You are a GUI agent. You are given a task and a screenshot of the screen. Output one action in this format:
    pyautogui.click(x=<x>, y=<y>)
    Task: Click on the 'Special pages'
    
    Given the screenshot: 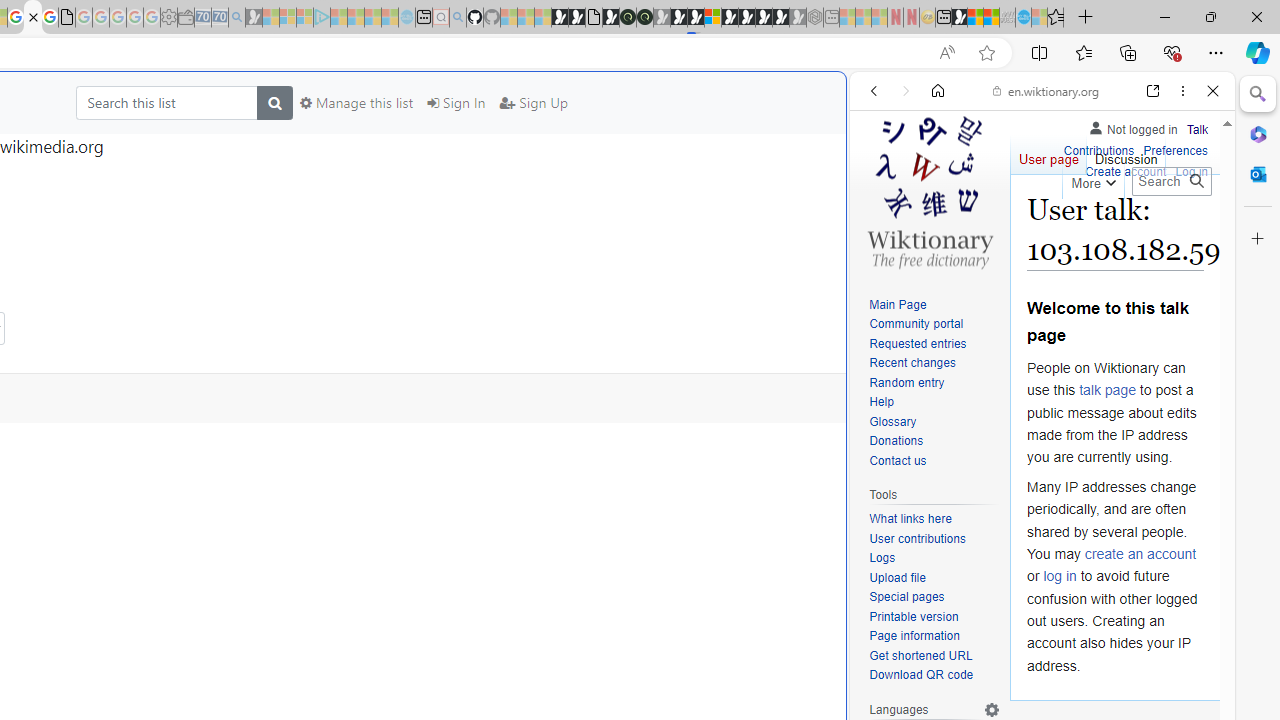 What is the action you would take?
    pyautogui.click(x=905, y=596)
    